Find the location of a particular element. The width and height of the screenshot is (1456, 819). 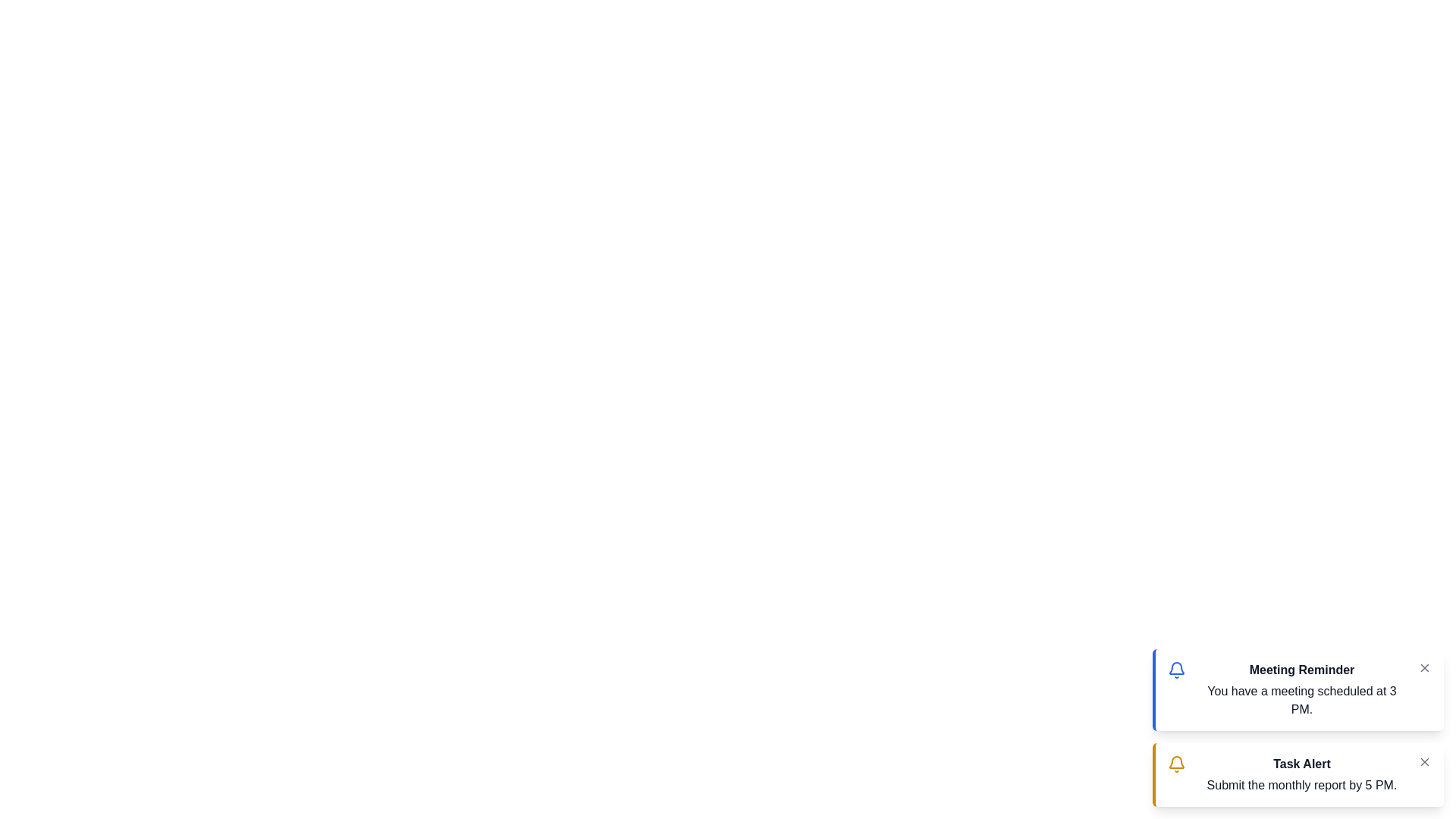

the notification icon for Task Alert is located at coordinates (1175, 764).